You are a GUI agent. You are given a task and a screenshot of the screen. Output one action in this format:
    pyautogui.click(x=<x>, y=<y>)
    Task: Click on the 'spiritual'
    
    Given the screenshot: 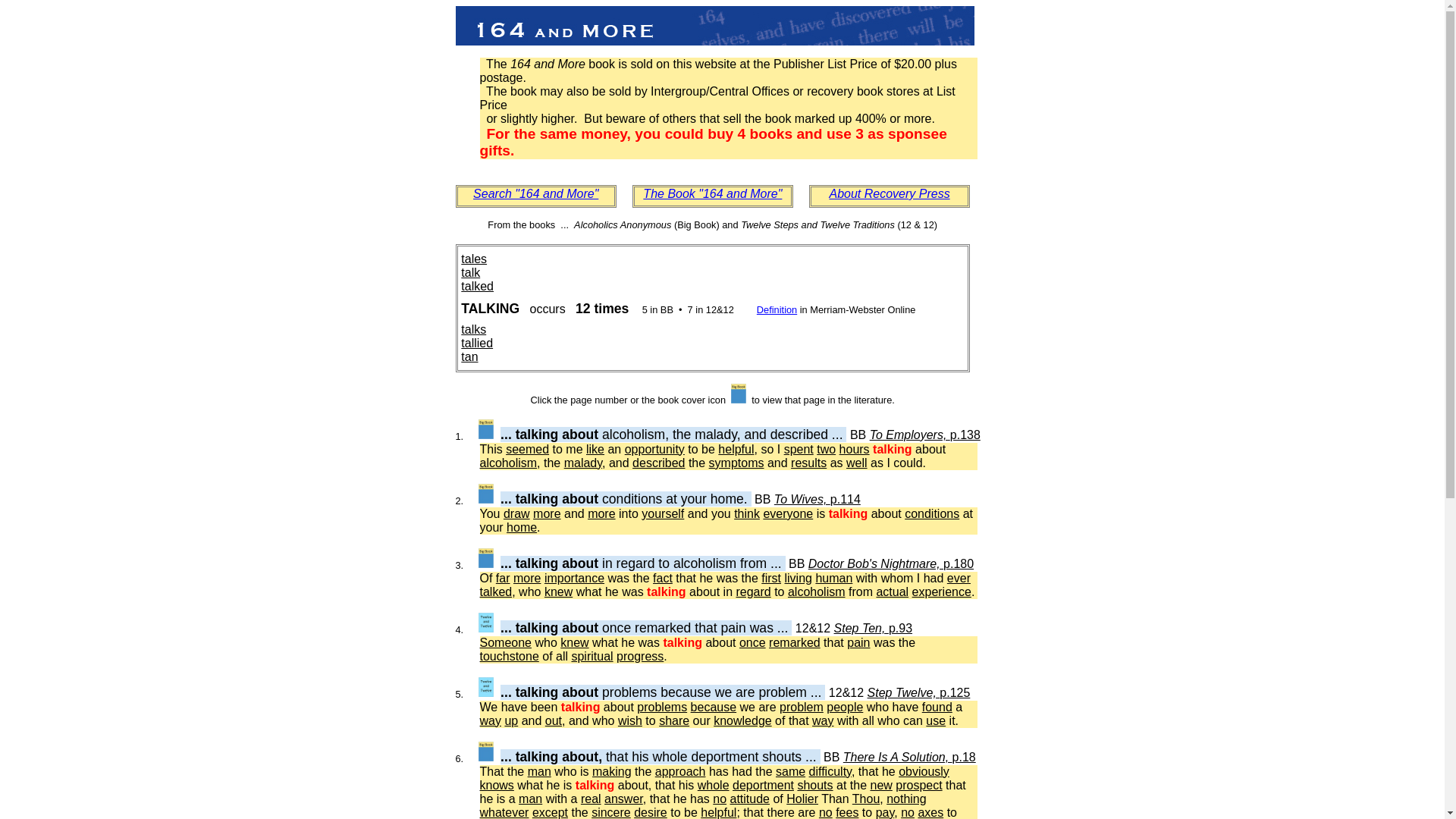 What is the action you would take?
    pyautogui.click(x=591, y=655)
    